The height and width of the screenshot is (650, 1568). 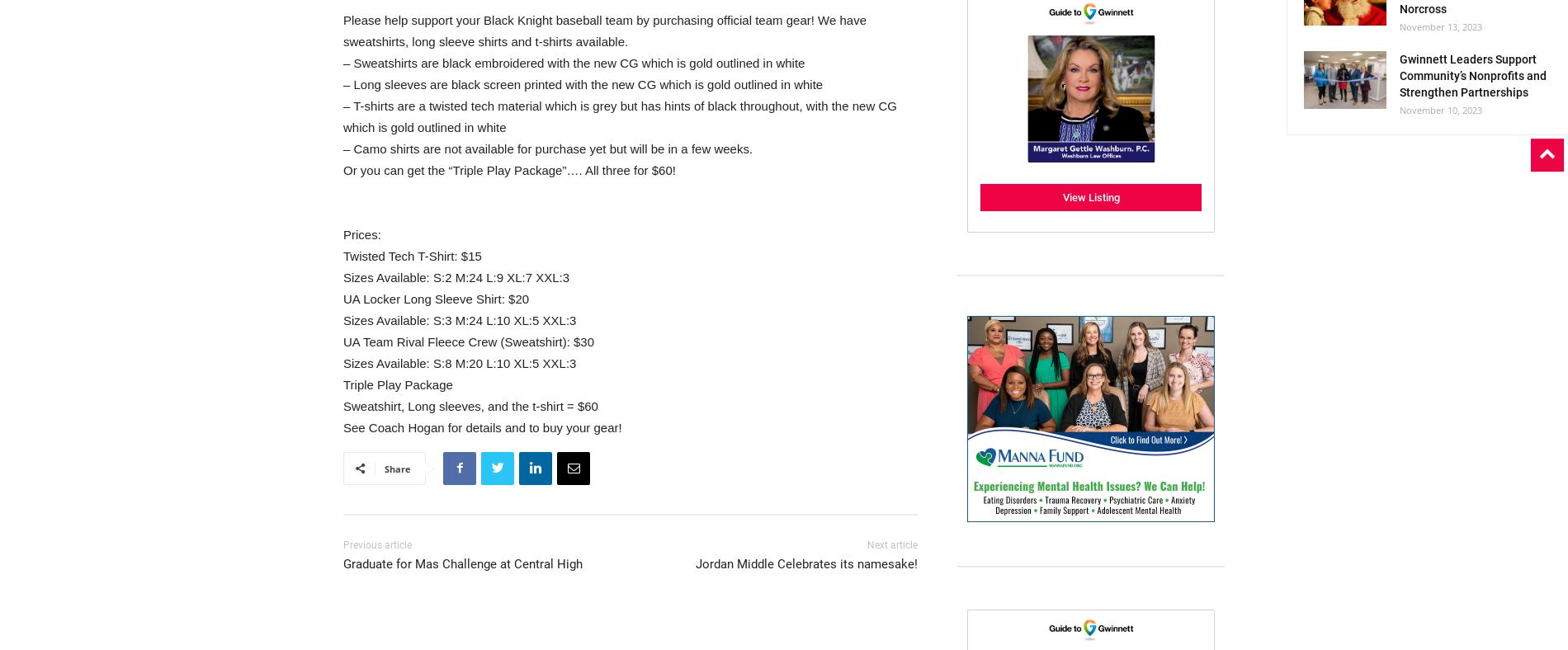 What do you see at coordinates (361, 233) in the screenshot?
I see `'Prices:'` at bounding box center [361, 233].